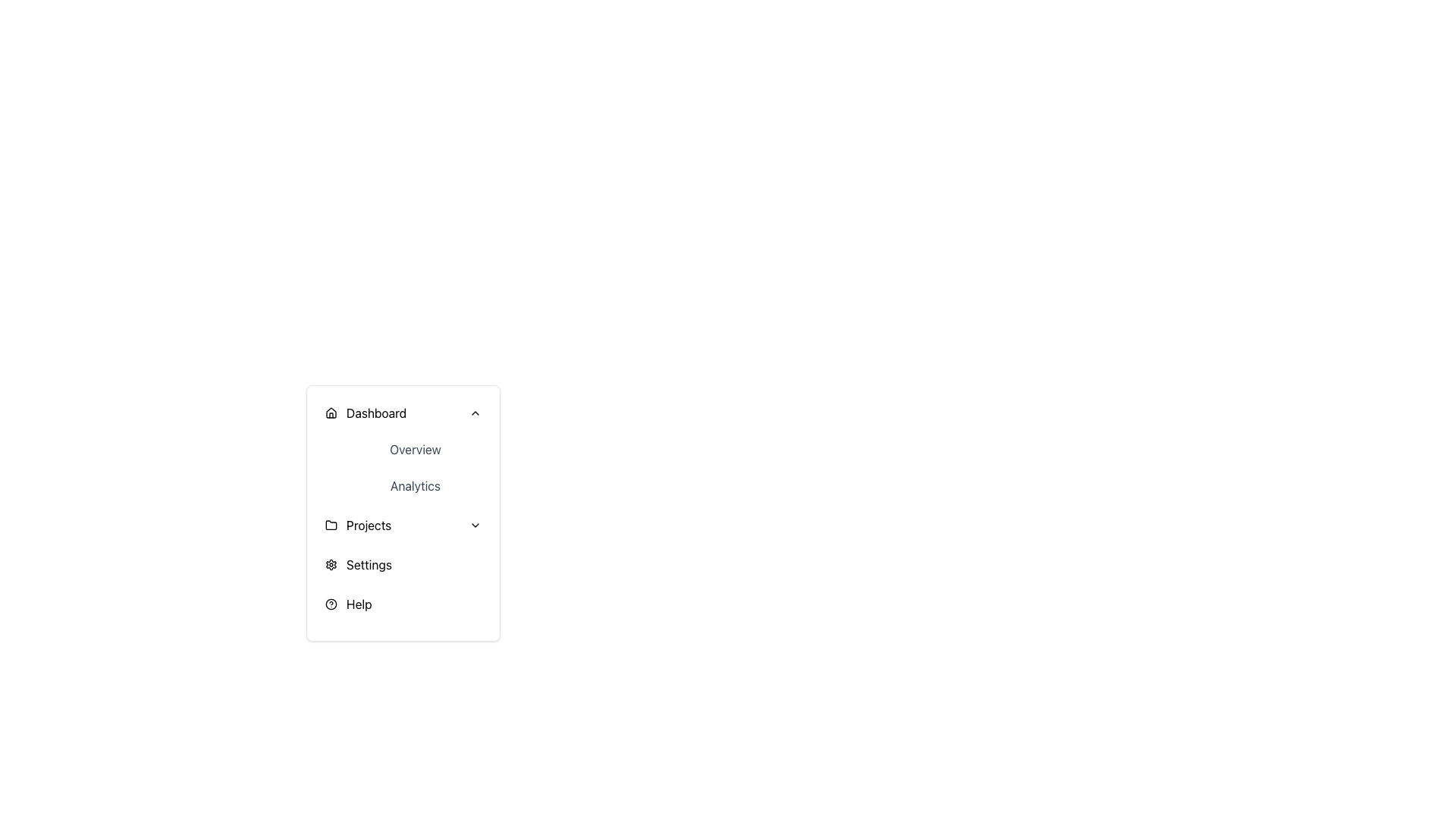  I want to click on the circular graphical element within the help icon located next to the 'Help' label in the bottom section of the menu, so click(330, 604).